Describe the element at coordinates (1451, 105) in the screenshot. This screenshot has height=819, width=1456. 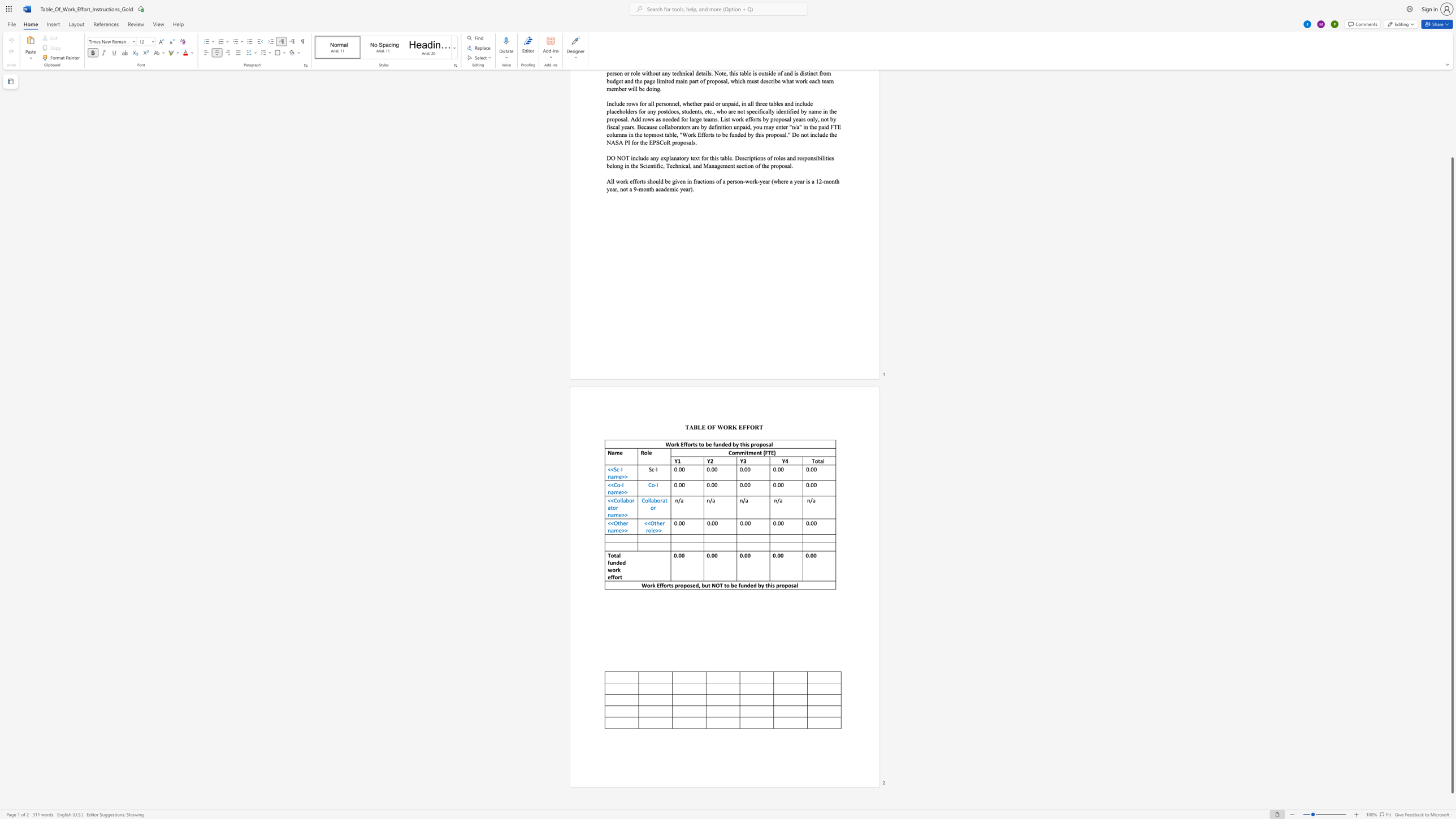
I see `the scrollbar on the right to shift the page higher` at that location.